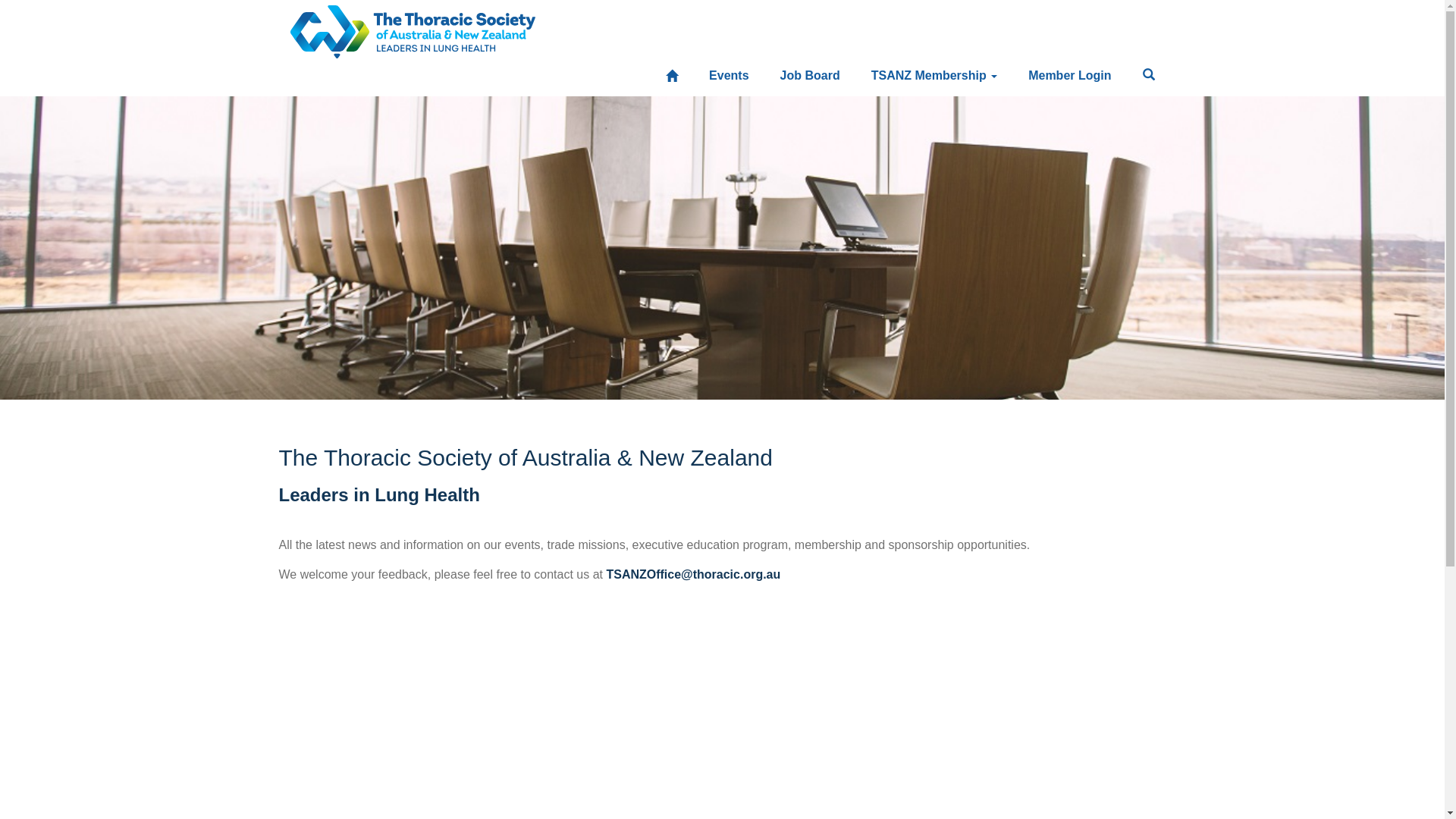 This screenshot has width=1456, height=819. Describe the element at coordinates (1068, 76) in the screenshot. I see `'Member Login'` at that location.